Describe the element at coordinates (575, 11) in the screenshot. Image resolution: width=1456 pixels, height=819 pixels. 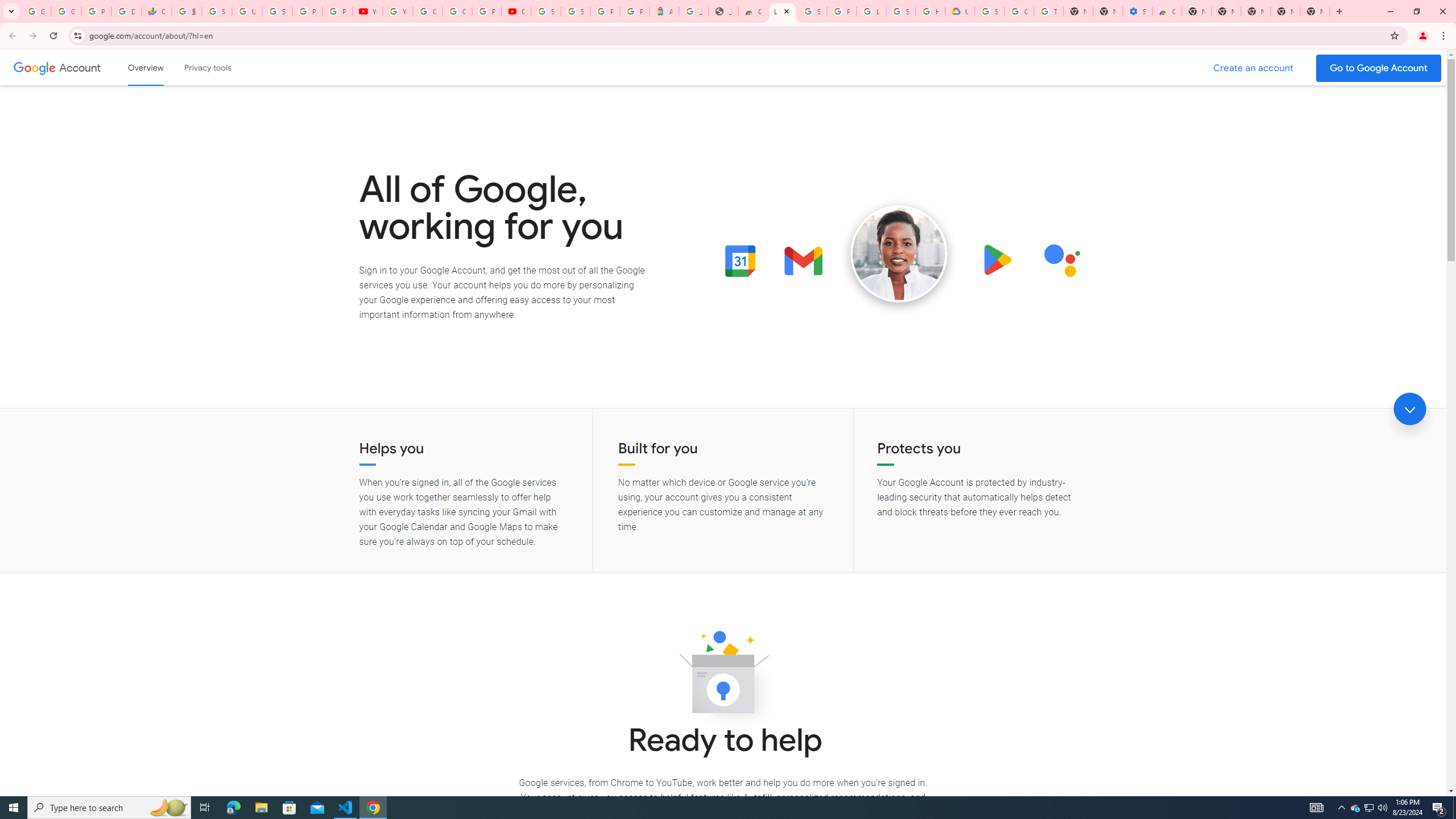
I see `'Sign in - Google Accounts'` at that location.